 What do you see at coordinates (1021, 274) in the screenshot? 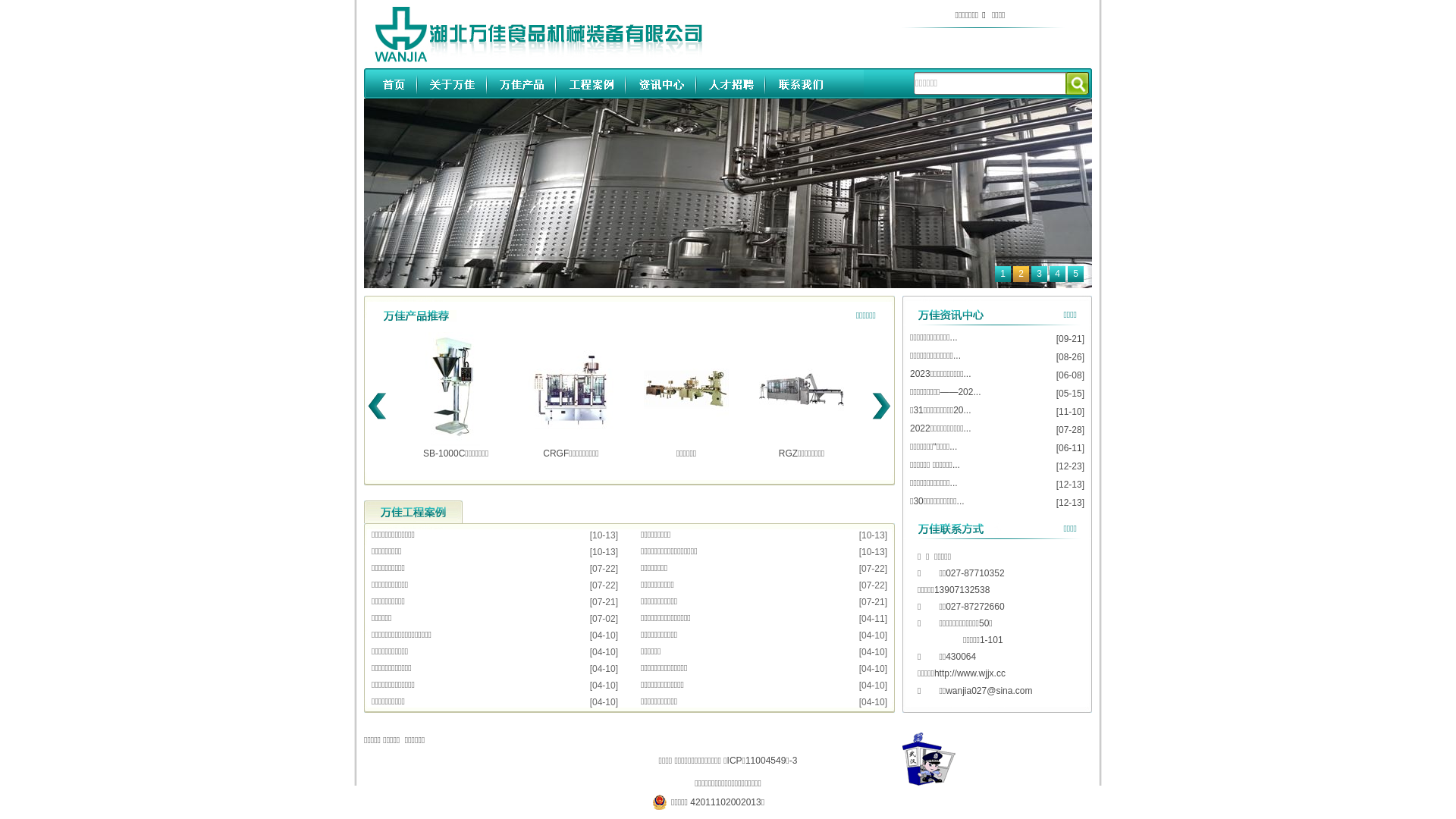
I see `'2'` at bounding box center [1021, 274].